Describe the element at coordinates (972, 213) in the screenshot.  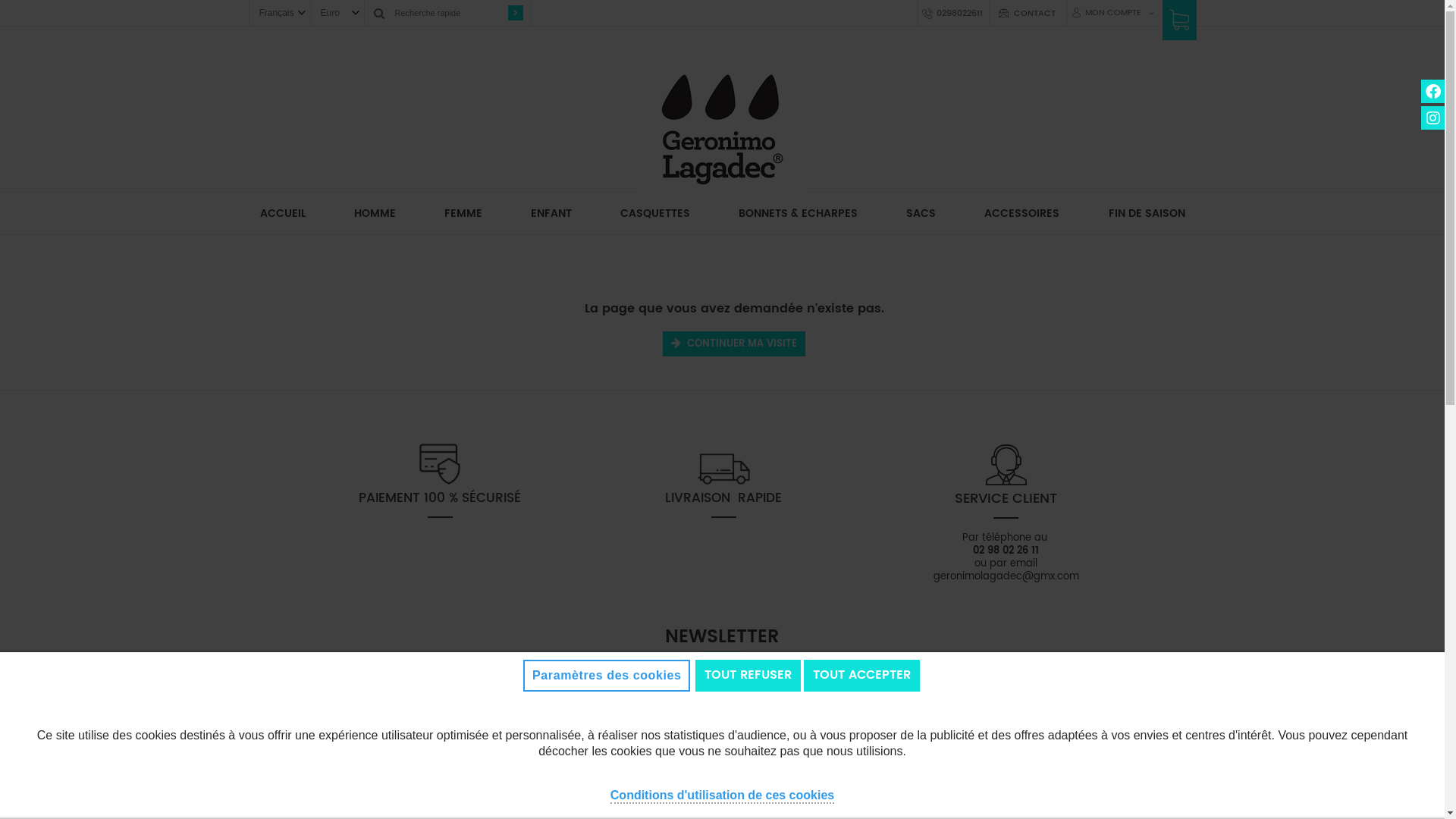
I see `'ACCESSOIRES'` at that location.